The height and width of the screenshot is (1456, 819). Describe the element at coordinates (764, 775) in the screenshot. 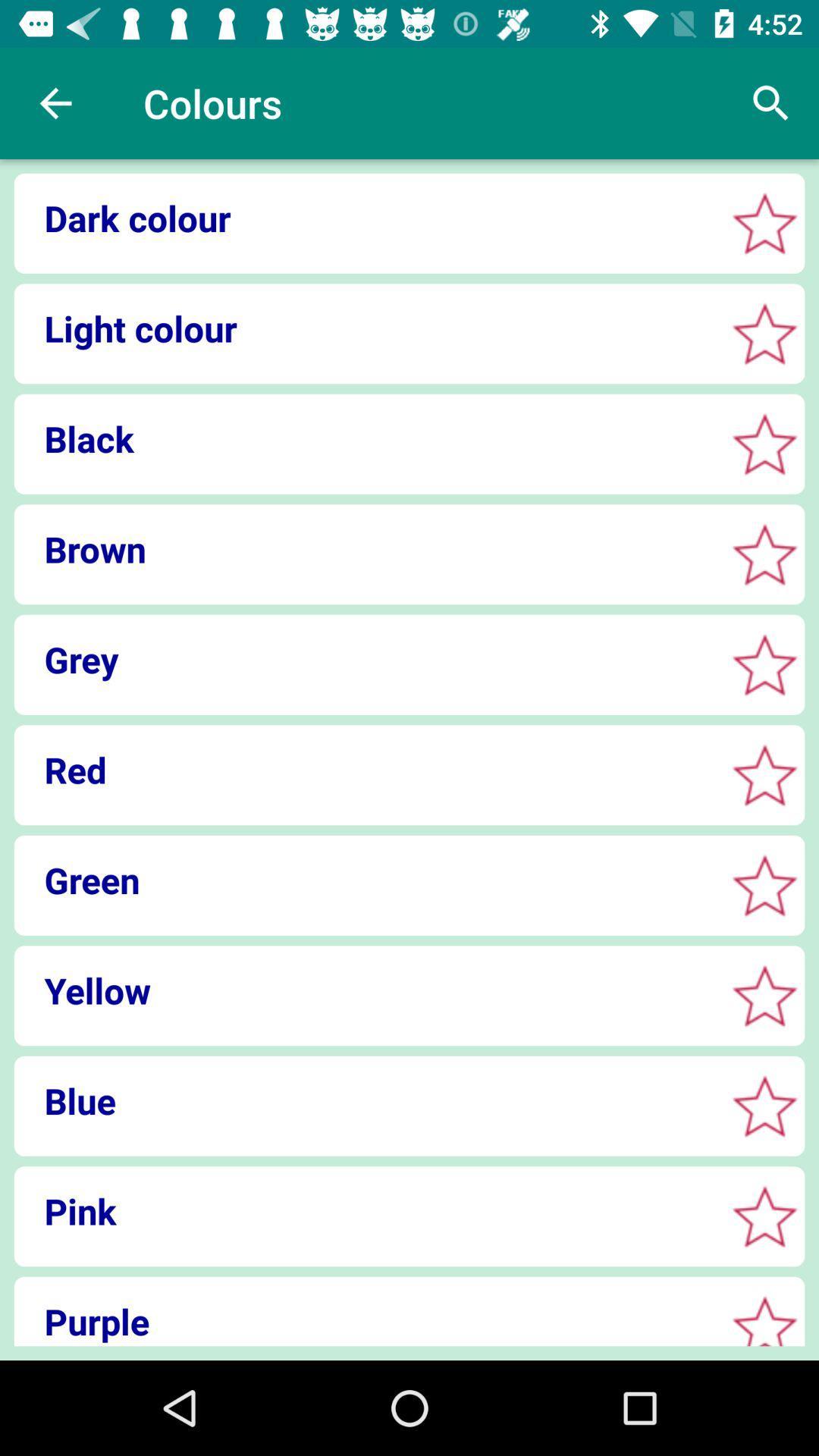

I see `bookmark` at that location.